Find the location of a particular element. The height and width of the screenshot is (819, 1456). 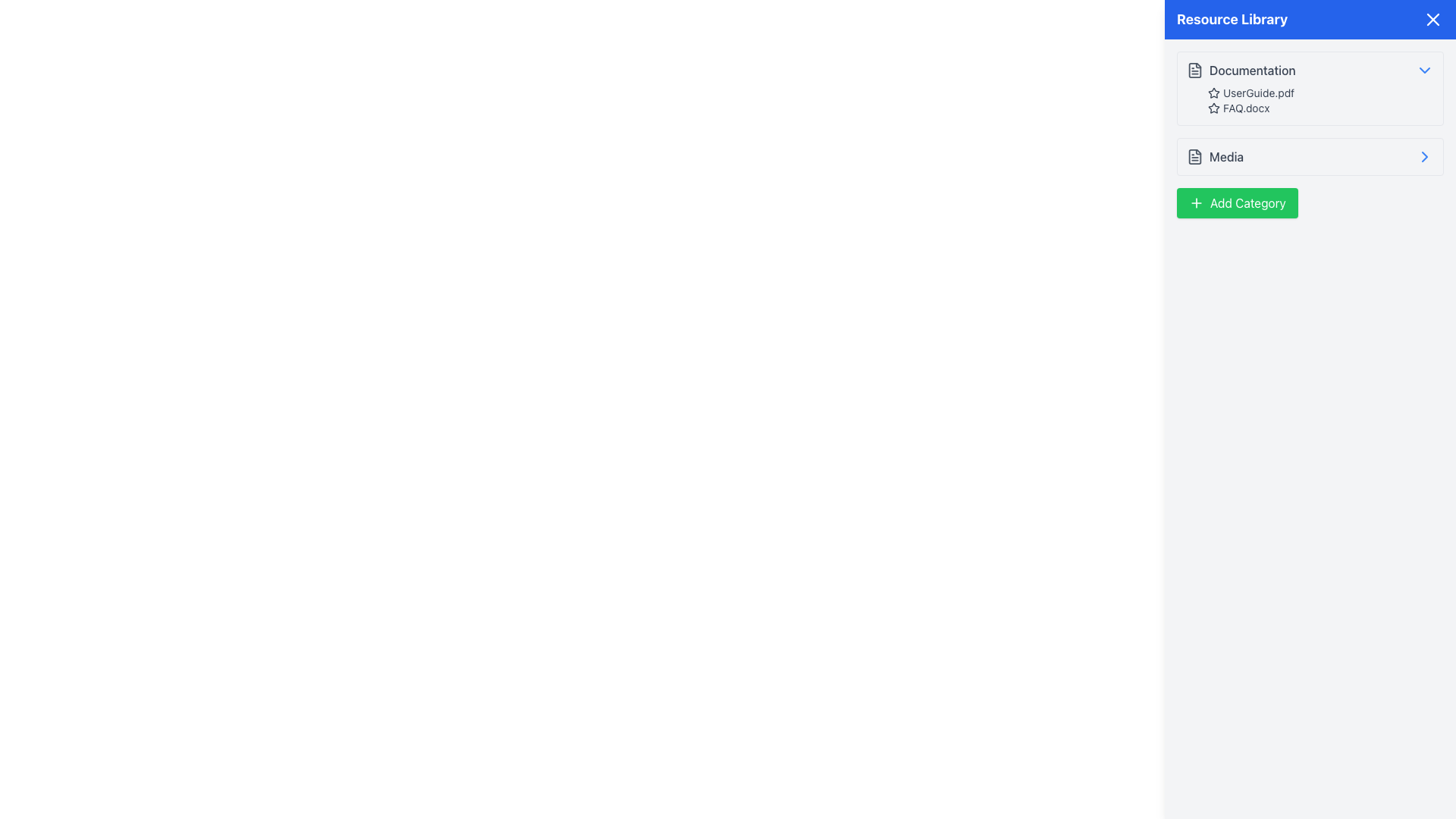

the star icon next to 'FAQ.docx' in the 'Documentation' section of the 'Resource Library' sidebar is located at coordinates (1212, 93).